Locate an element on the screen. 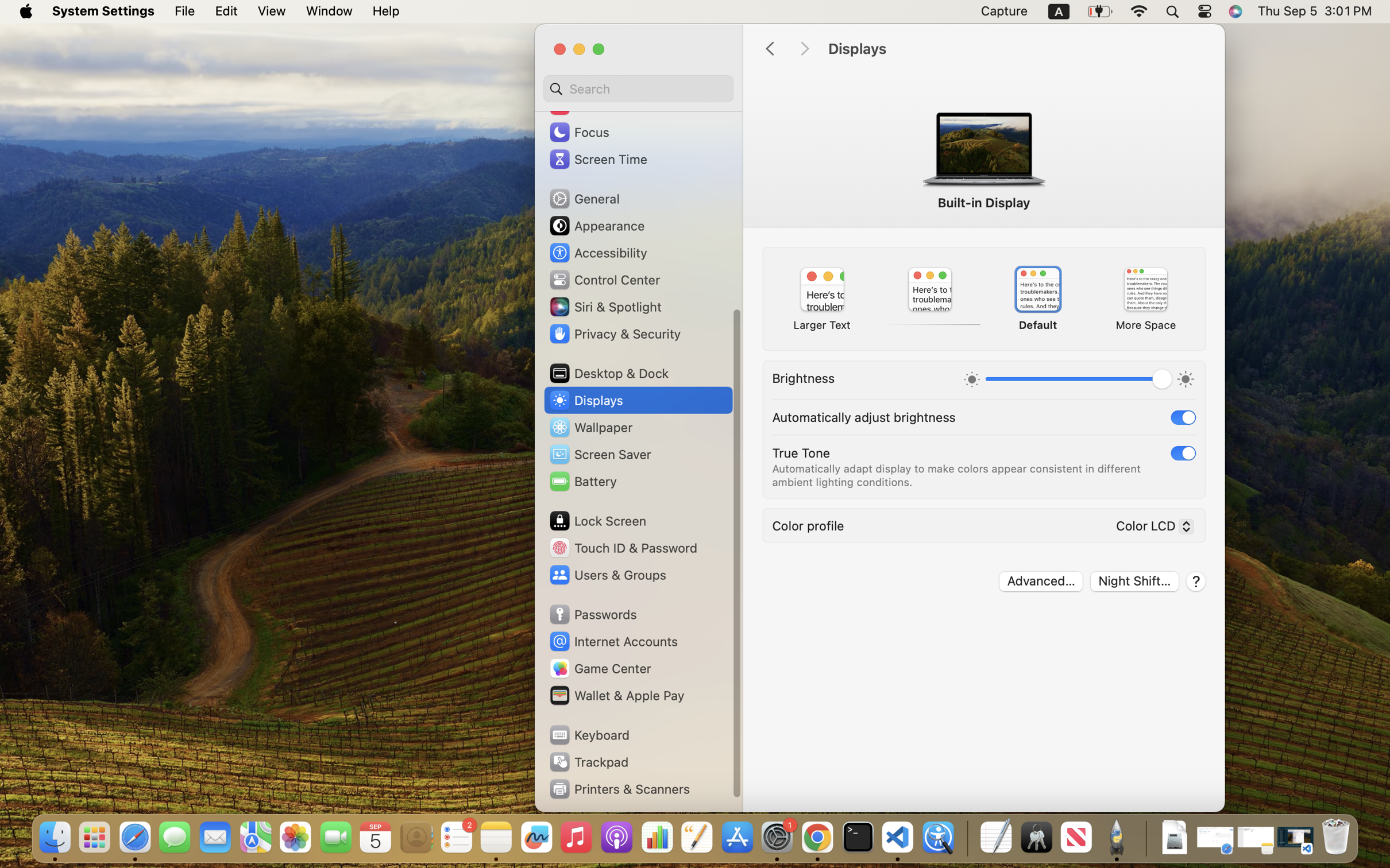  'Desktop & Dock' is located at coordinates (608, 373).